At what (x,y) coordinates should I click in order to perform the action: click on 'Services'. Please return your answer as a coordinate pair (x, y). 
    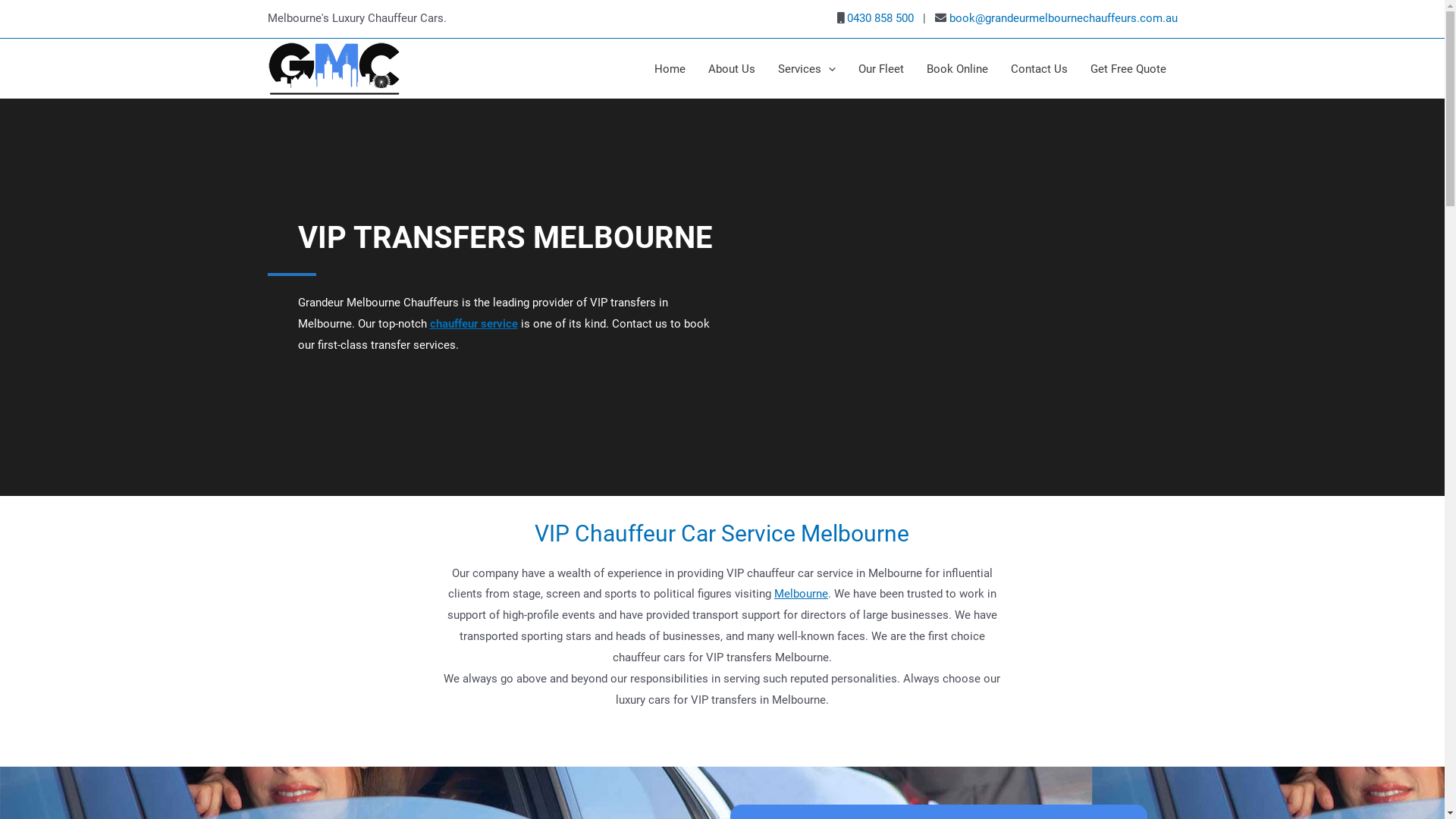
    Looking at the image, I should click on (765, 69).